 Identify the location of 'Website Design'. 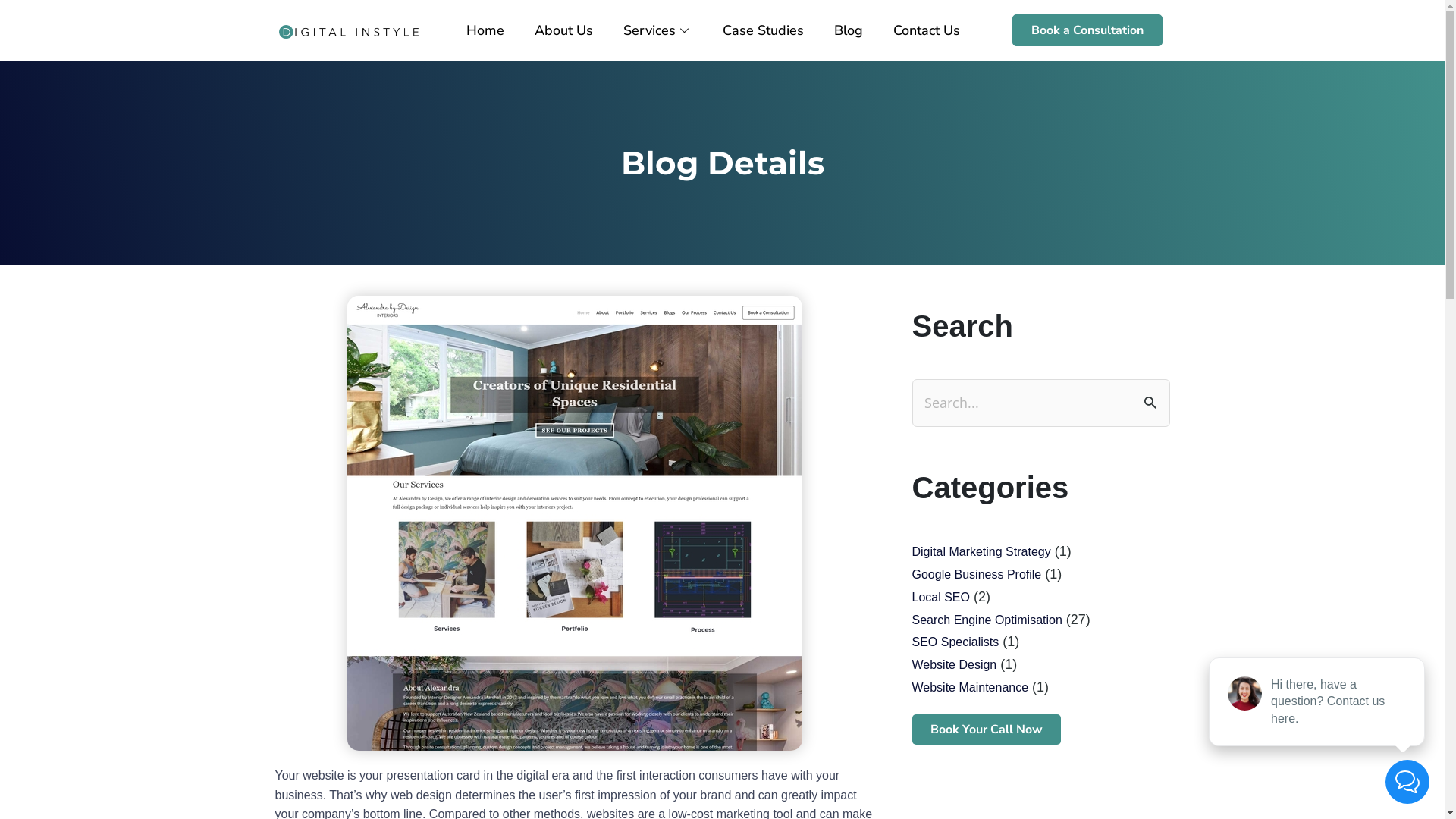
(952, 664).